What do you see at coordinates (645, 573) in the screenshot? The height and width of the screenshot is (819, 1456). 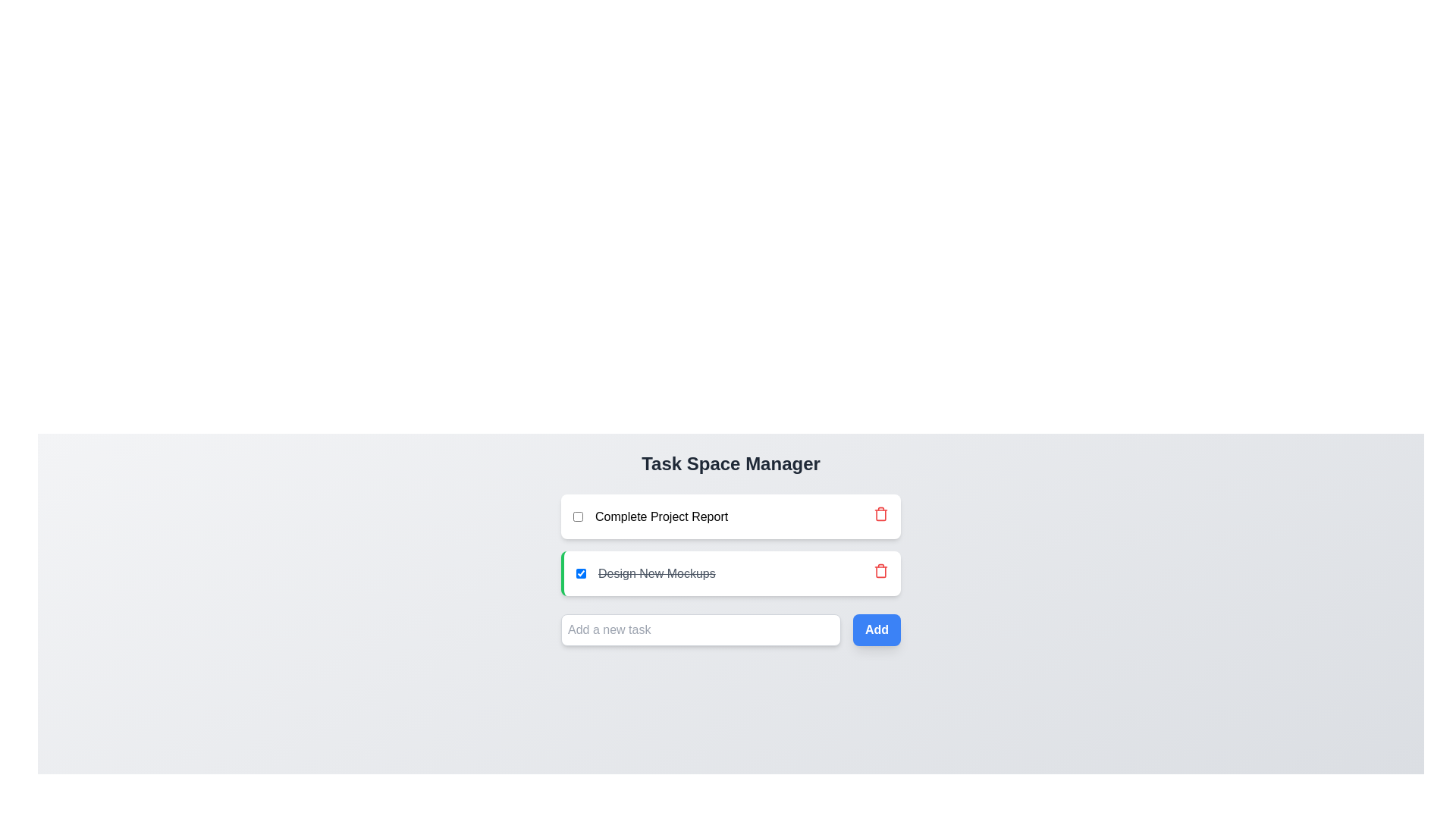 I see `the second task item` at bounding box center [645, 573].